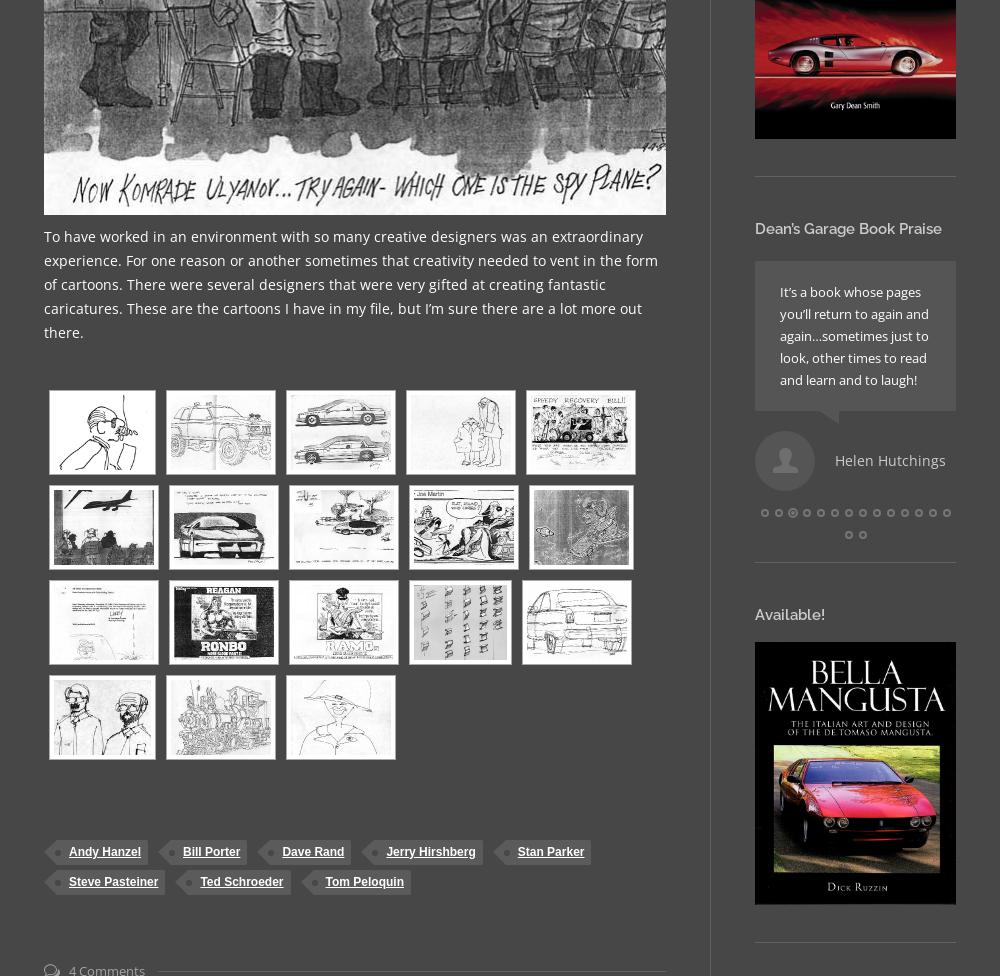 This screenshot has width=1000, height=976. Describe the element at coordinates (104, 852) in the screenshot. I see `'Andy Hanzel'` at that location.